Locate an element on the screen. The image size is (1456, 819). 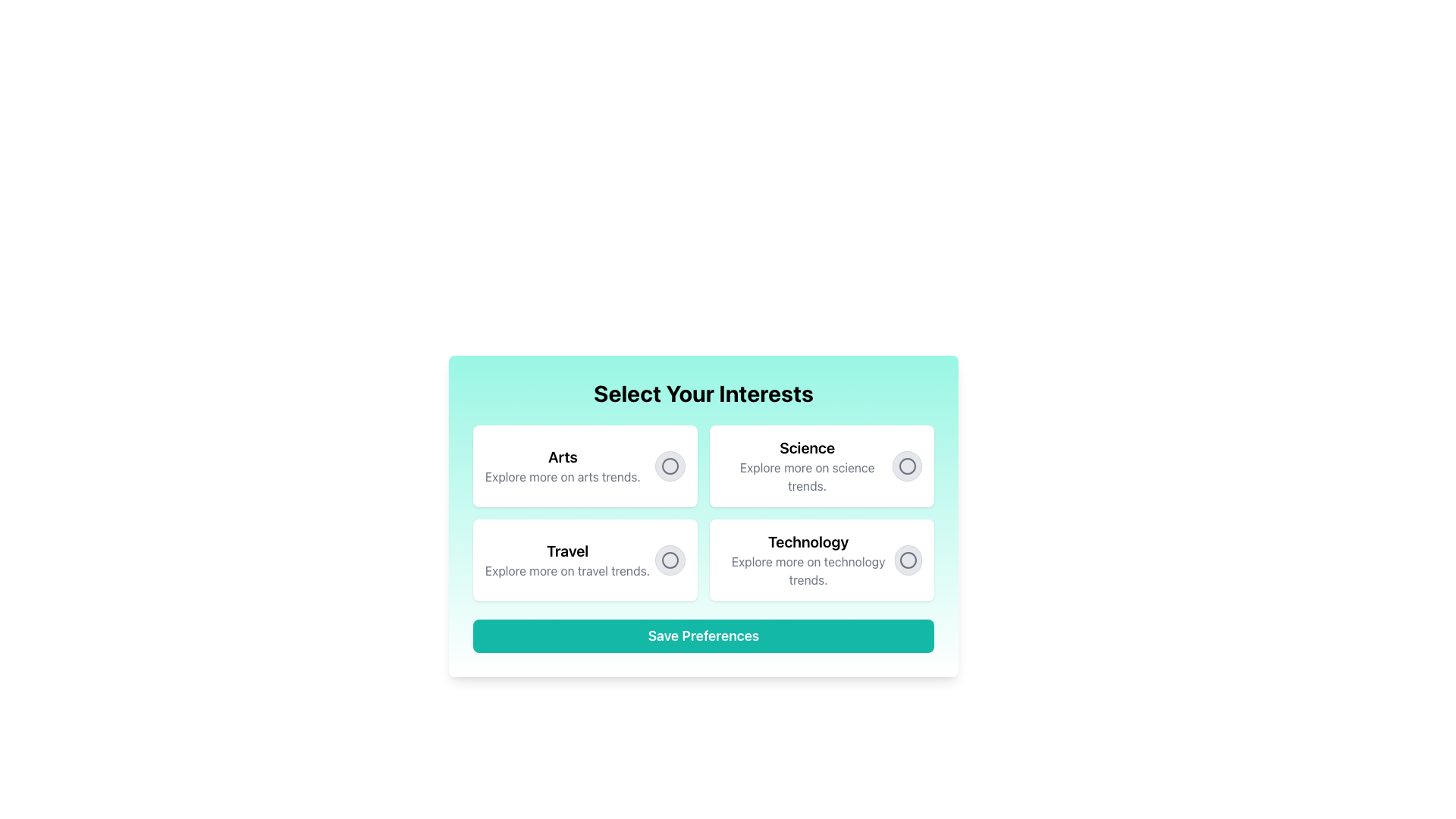
the radio button located on the right side of the title 'Travel' in the lower-left card of the grid layout is located at coordinates (669, 560).